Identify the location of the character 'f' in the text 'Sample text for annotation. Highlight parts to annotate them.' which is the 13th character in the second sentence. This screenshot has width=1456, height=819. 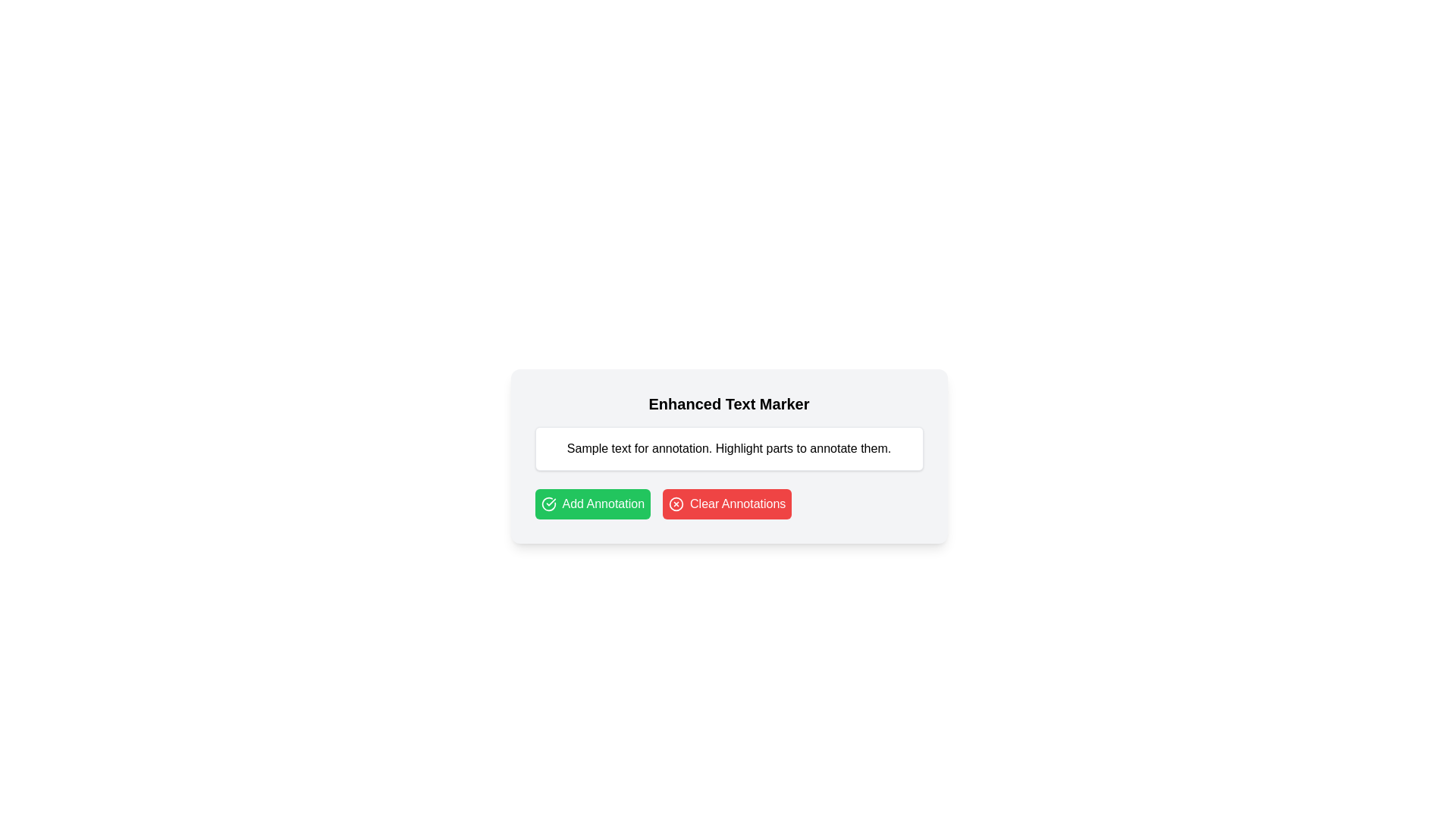
(636, 447).